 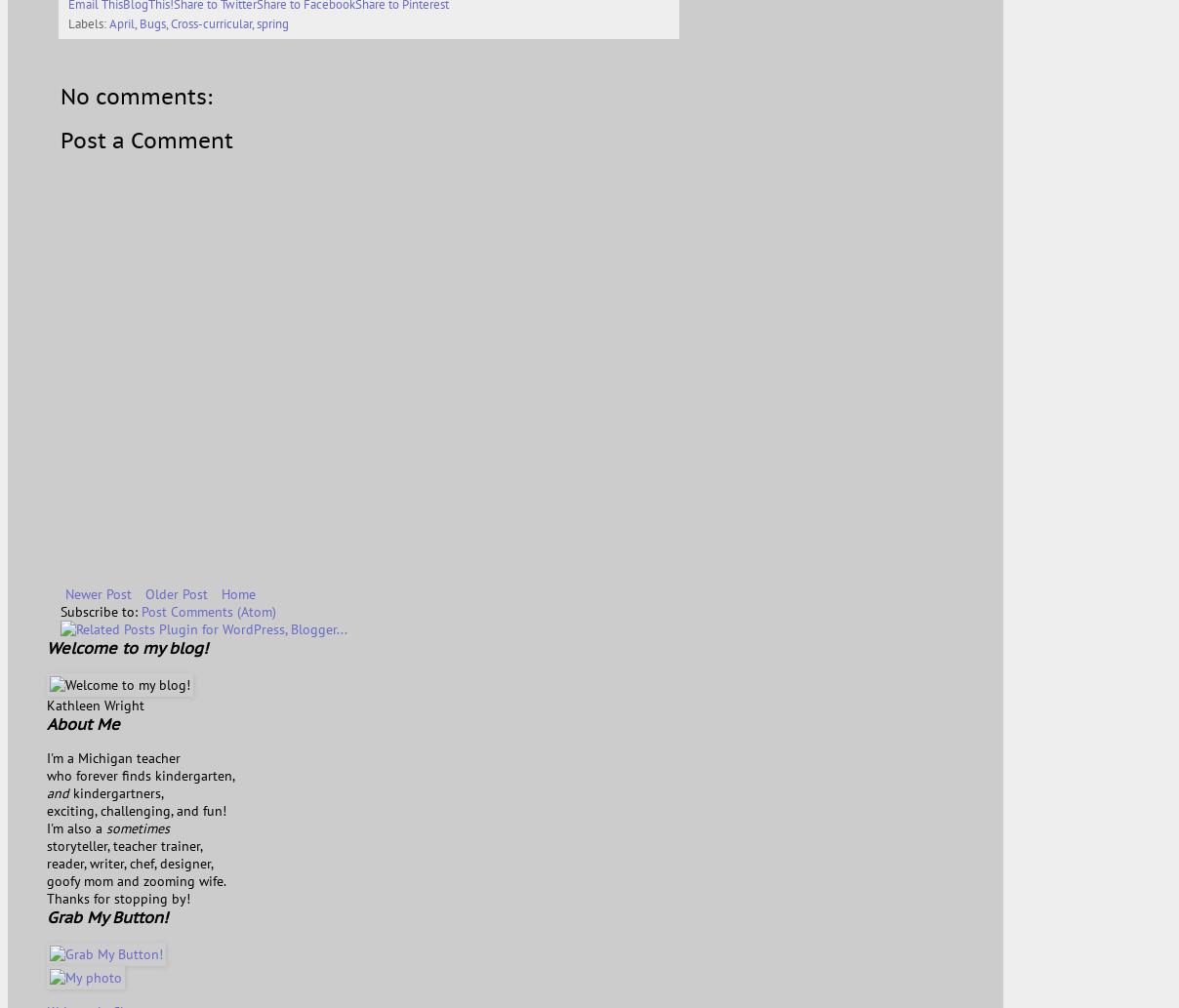 I want to click on 'goofy mom and zooming wife.', so click(x=136, y=879).